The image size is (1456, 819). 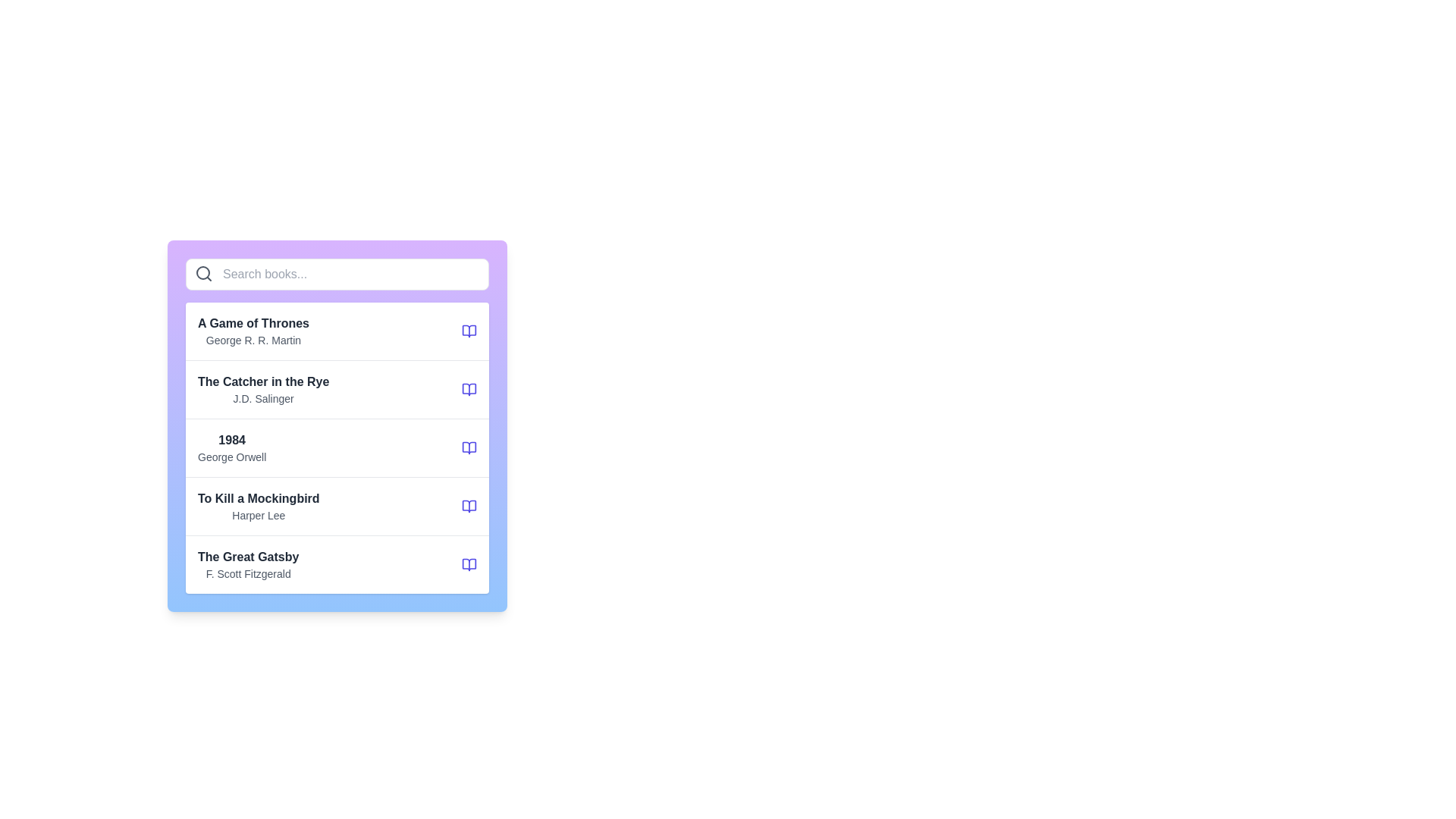 What do you see at coordinates (259, 514) in the screenshot?
I see `the non-interactive label displaying the author of 'To Kill a Mockingbird', located directly beneath the book title in the bottom-left quadrant of the interface` at bounding box center [259, 514].